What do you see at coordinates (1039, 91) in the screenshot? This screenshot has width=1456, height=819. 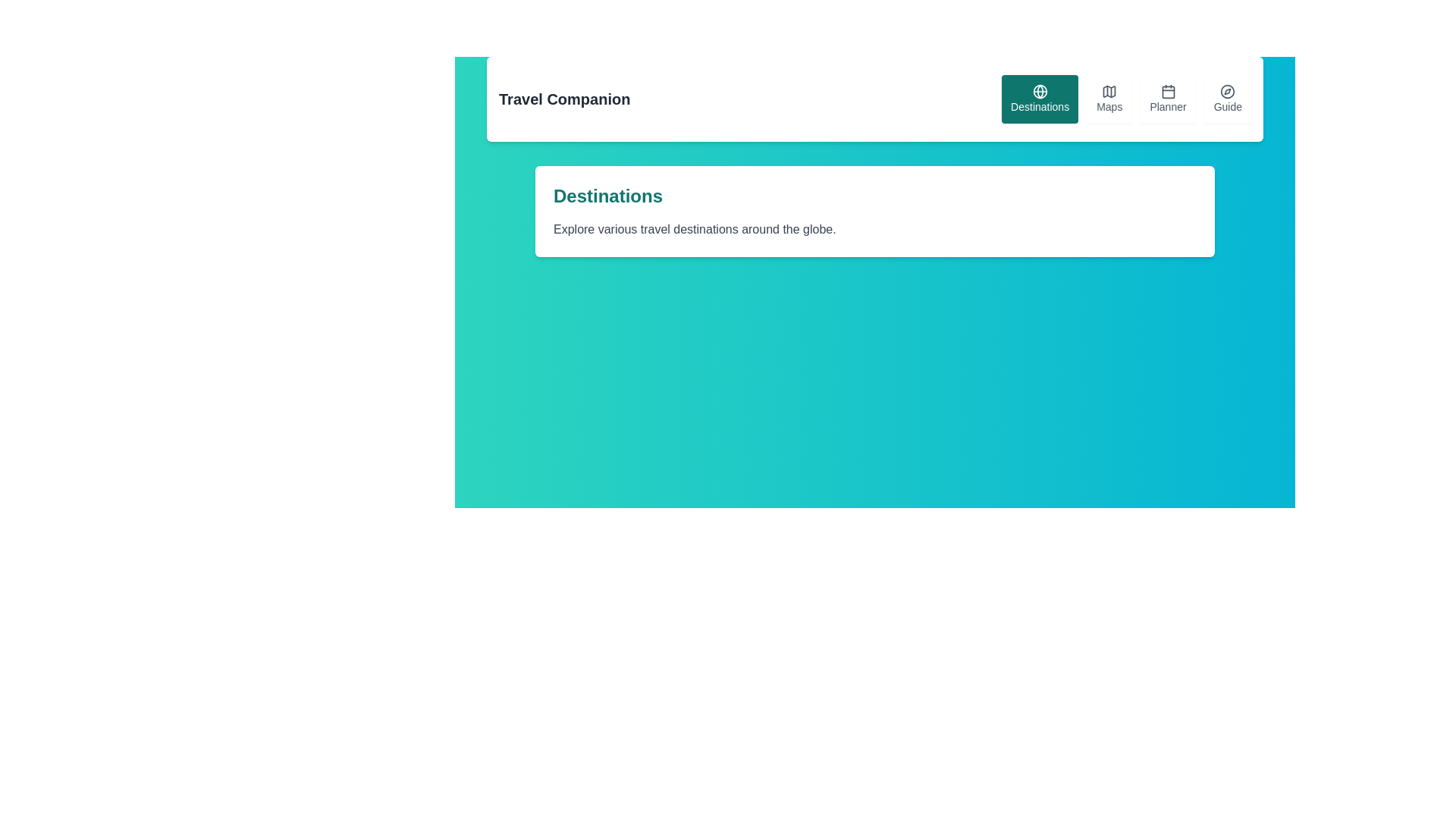 I see `the globe icon on the leftmost side of the navigation button labeled 'Destinations'` at bounding box center [1039, 91].